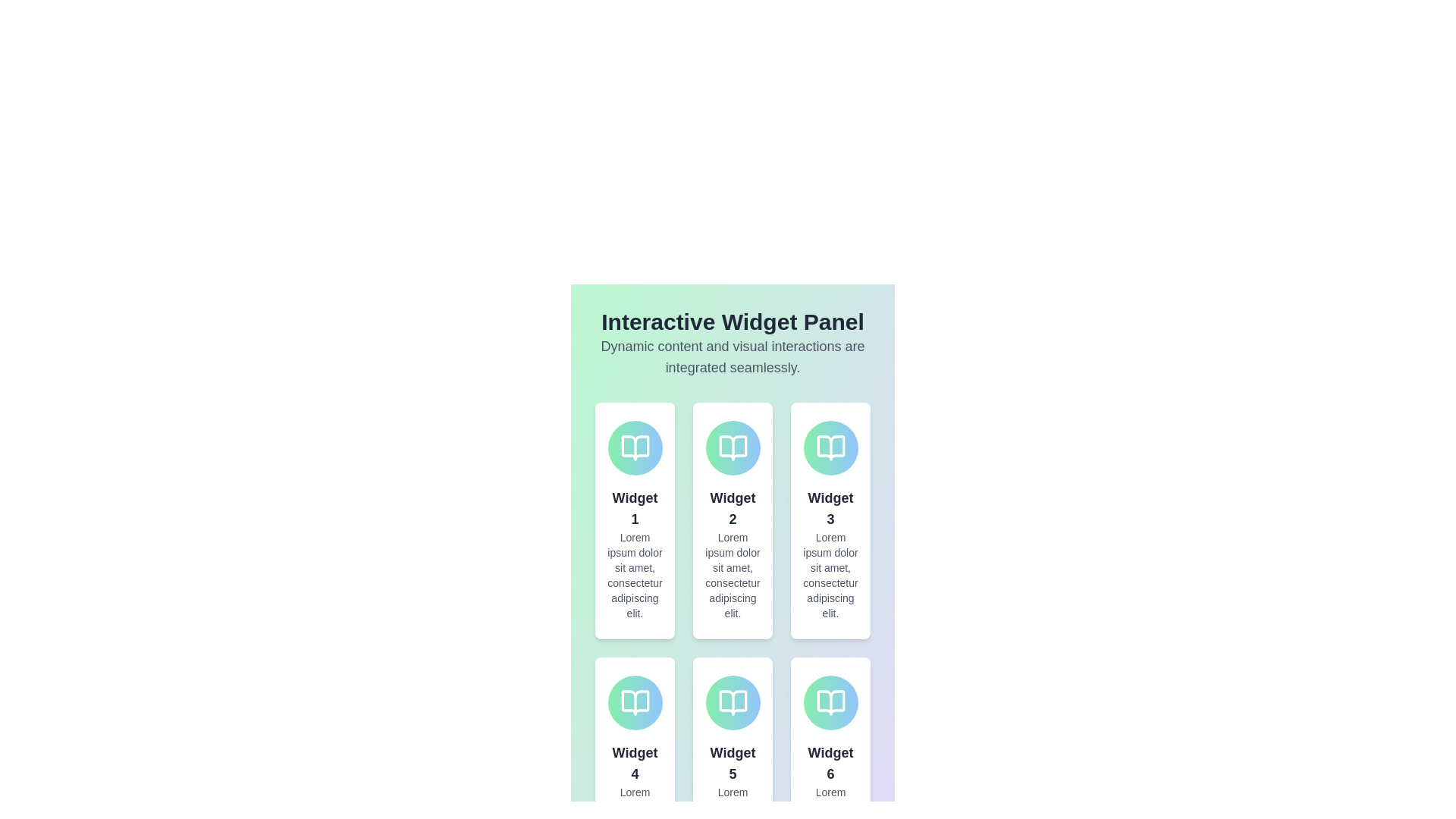 This screenshot has height=819, width=1456. Describe the element at coordinates (733, 321) in the screenshot. I see `the text label displaying 'Interactive Widget Panel' in a large, bold font style, prominently positioned at the top of the interface` at that location.